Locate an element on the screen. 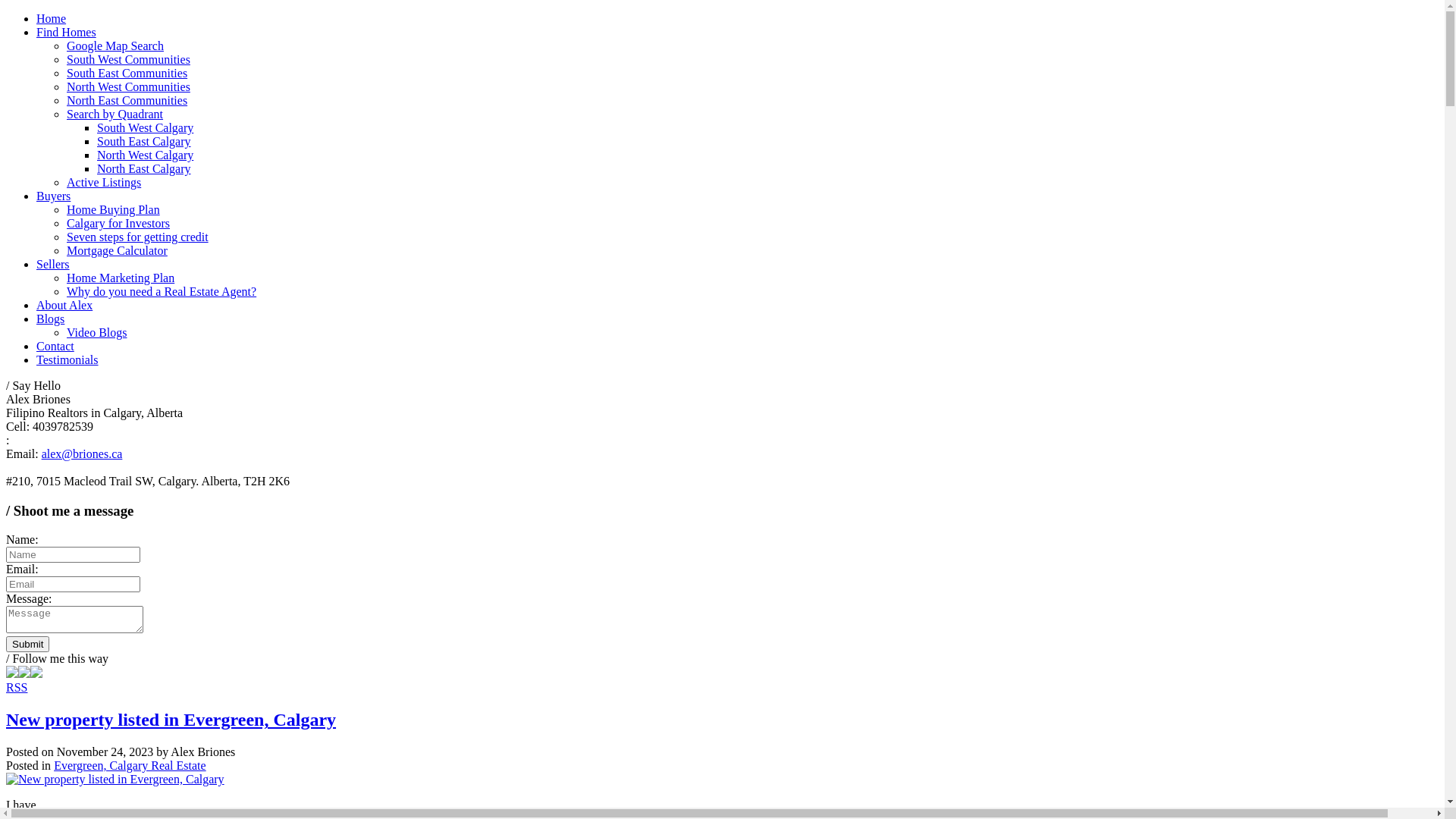 Image resolution: width=1456 pixels, height=819 pixels. 'Buyers' is located at coordinates (53, 195).